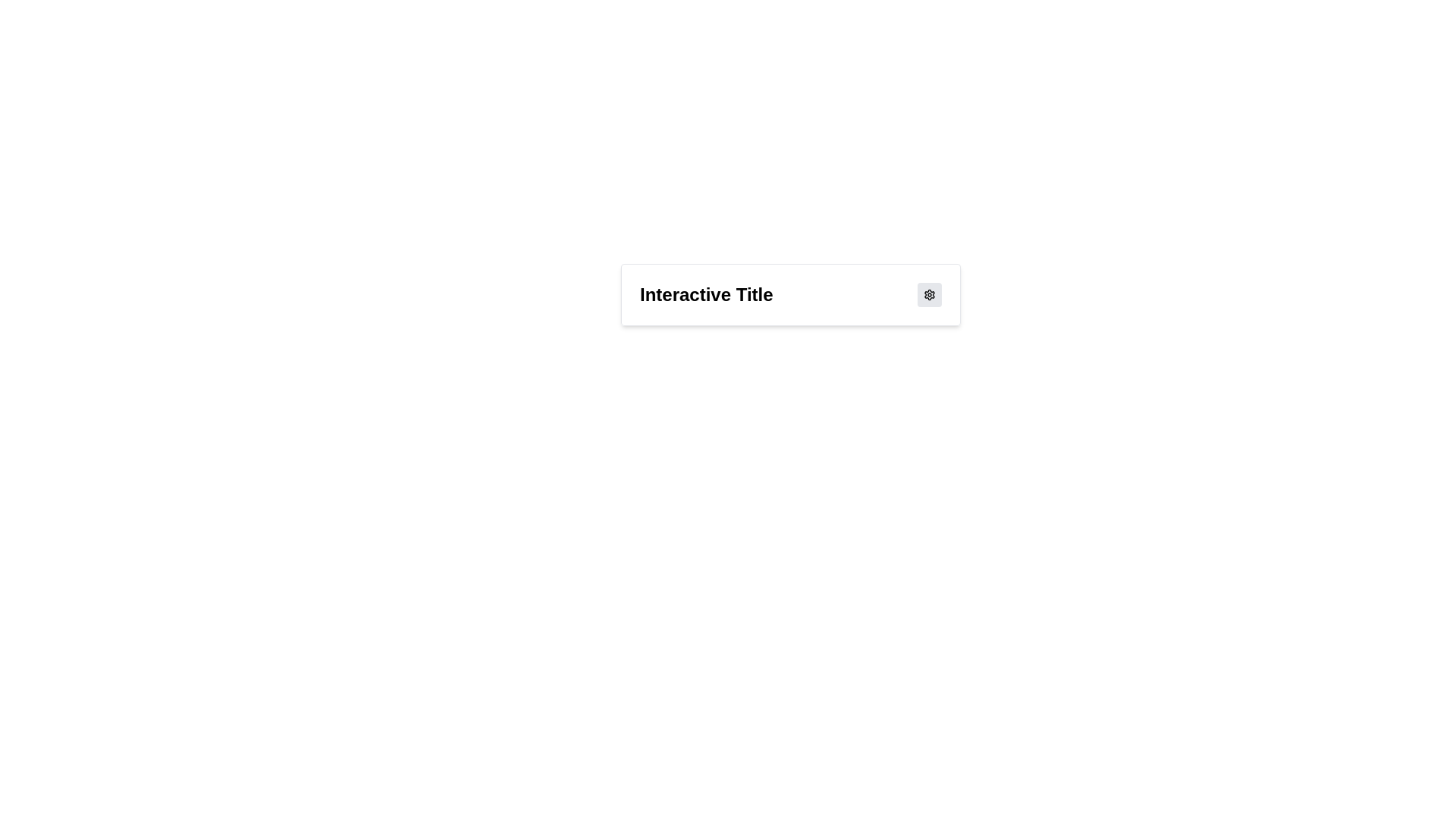 This screenshot has height=819, width=1456. Describe the element at coordinates (928, 295) in the screenshot. I see `the gear-shaped settings icon located within the white card on the right side of the 'Interactive Title'` at that location.